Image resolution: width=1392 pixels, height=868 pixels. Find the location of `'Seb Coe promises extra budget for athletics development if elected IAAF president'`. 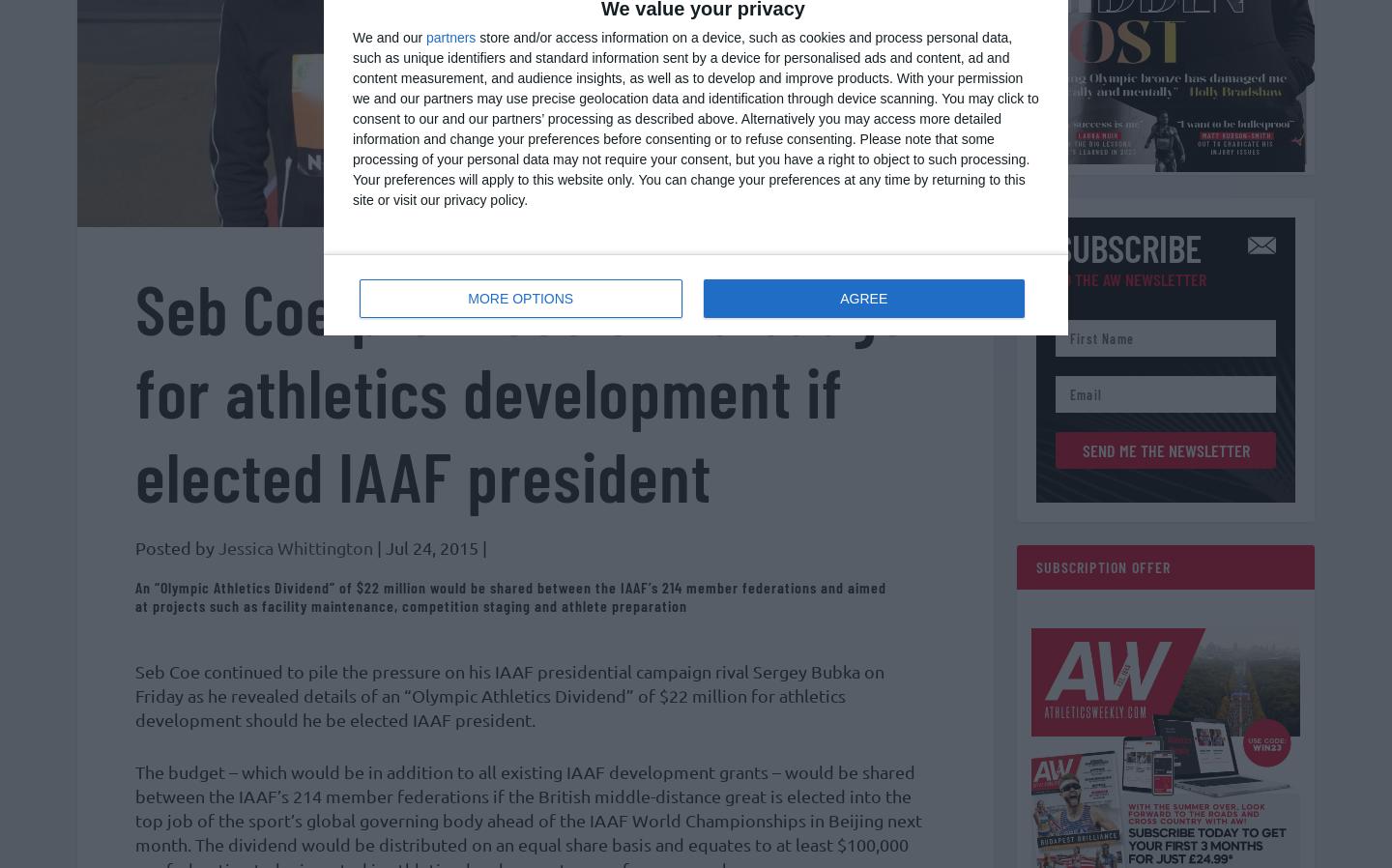

'Seb Coe promises extra budget for athletics development if elected IAAF president' is located at coordinates (532, 400).